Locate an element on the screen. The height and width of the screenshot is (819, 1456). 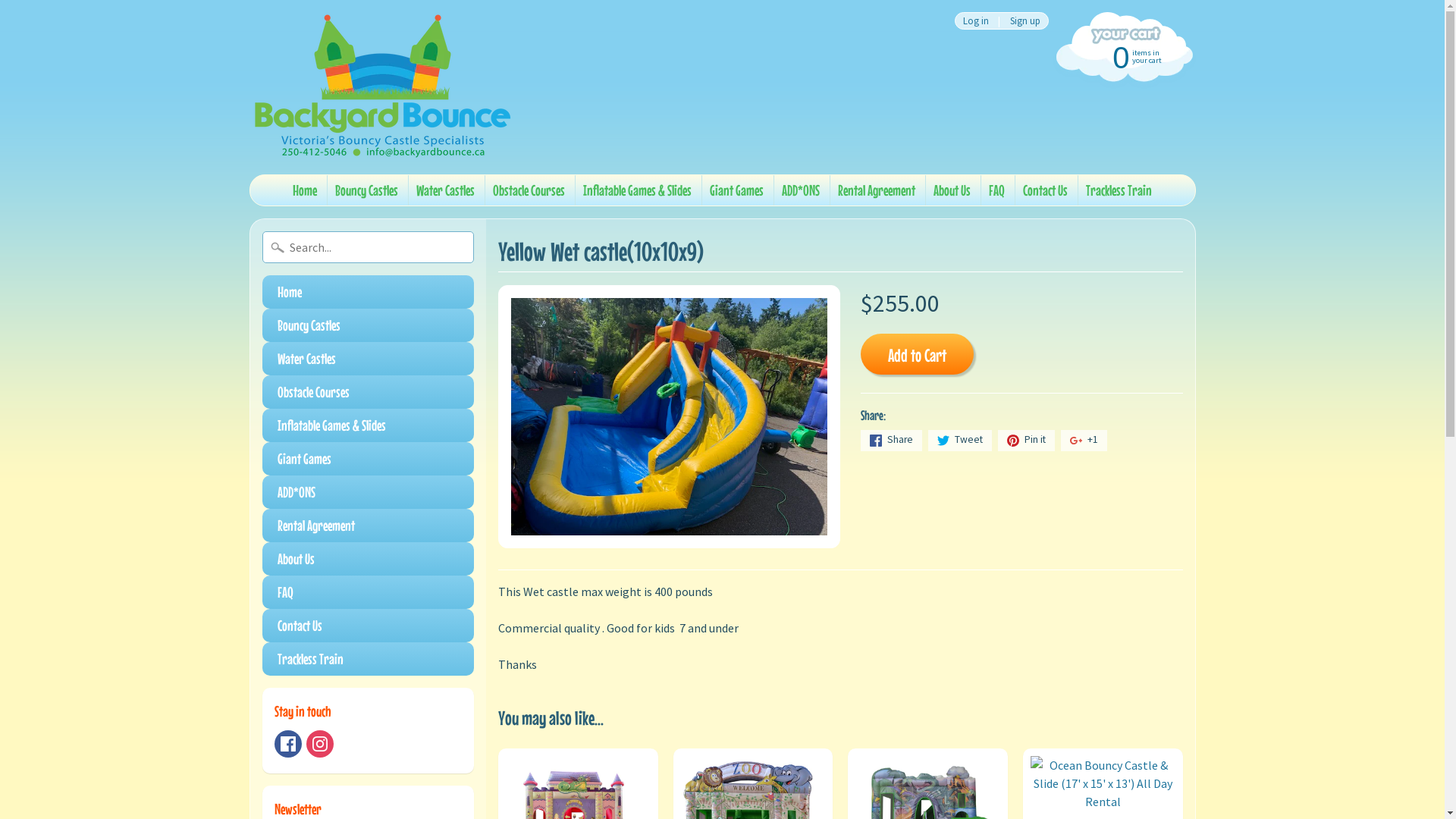
'Log in' is located at coordinates (975, 20).